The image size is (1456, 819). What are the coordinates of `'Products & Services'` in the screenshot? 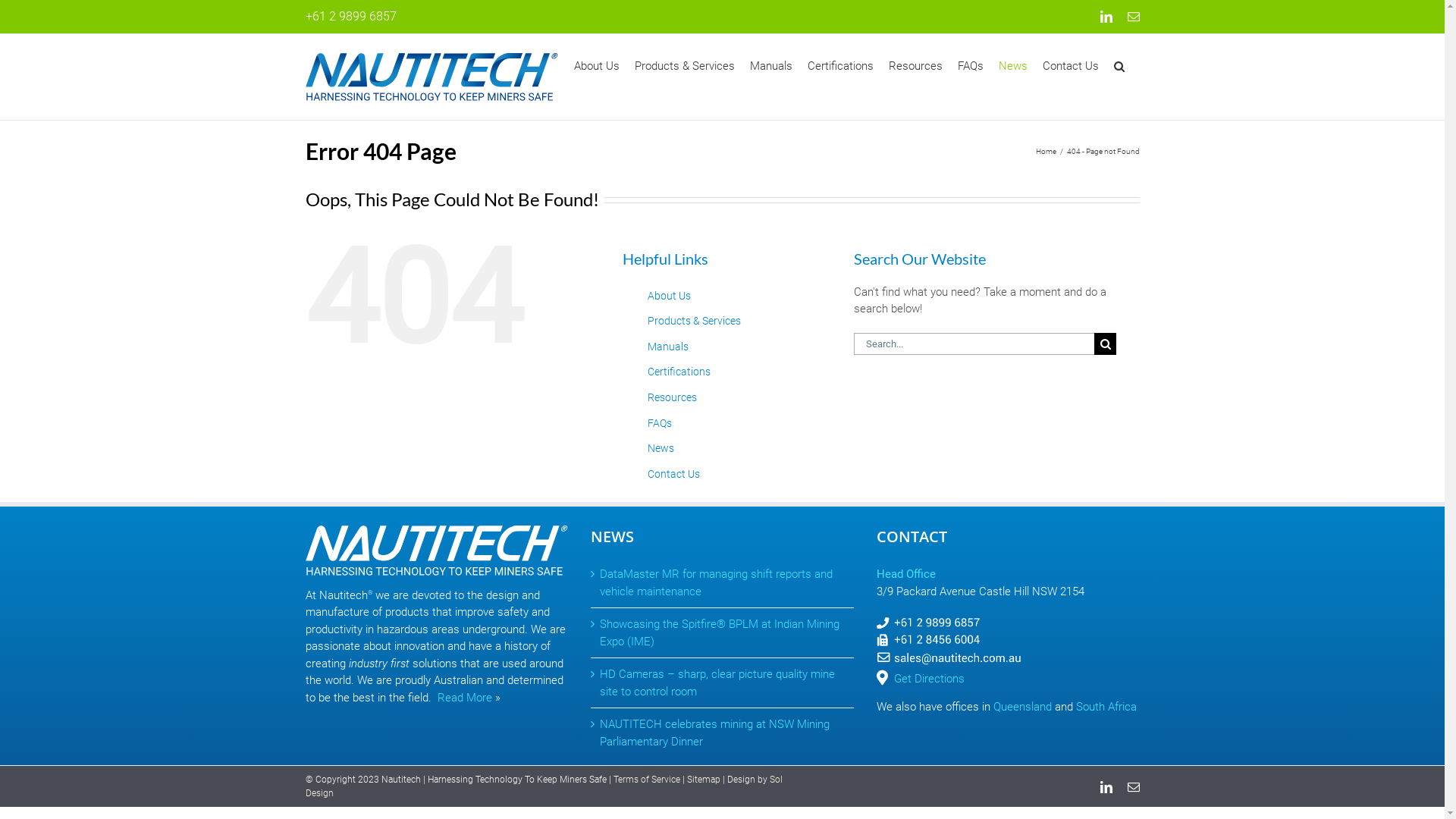 It's located at (693, 320).